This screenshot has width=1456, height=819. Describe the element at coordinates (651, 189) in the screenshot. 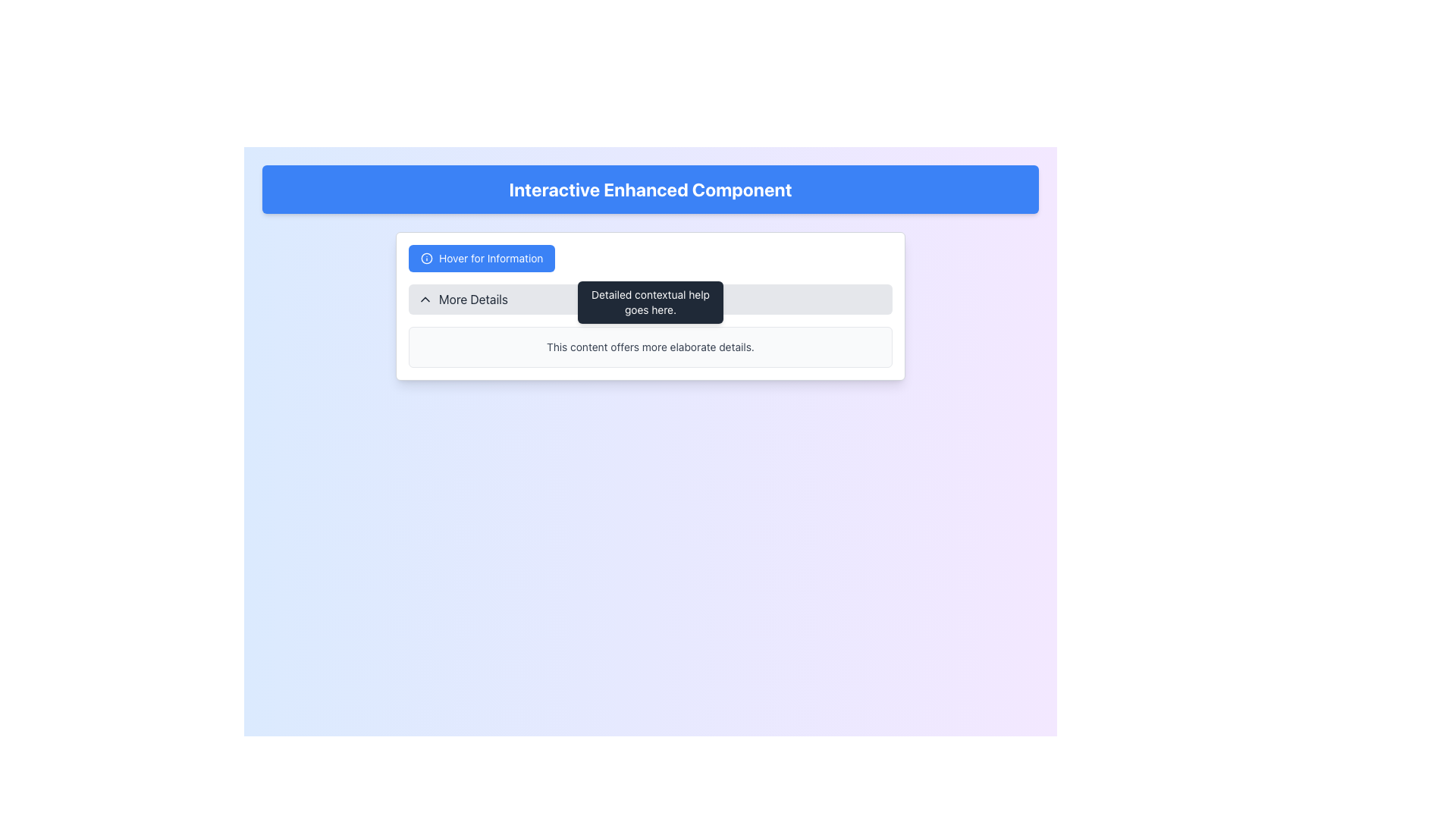

I see `the blue banner at the top of the interface that displays the bold, centered white text 'Interactive Enhanced Component'` at that location.